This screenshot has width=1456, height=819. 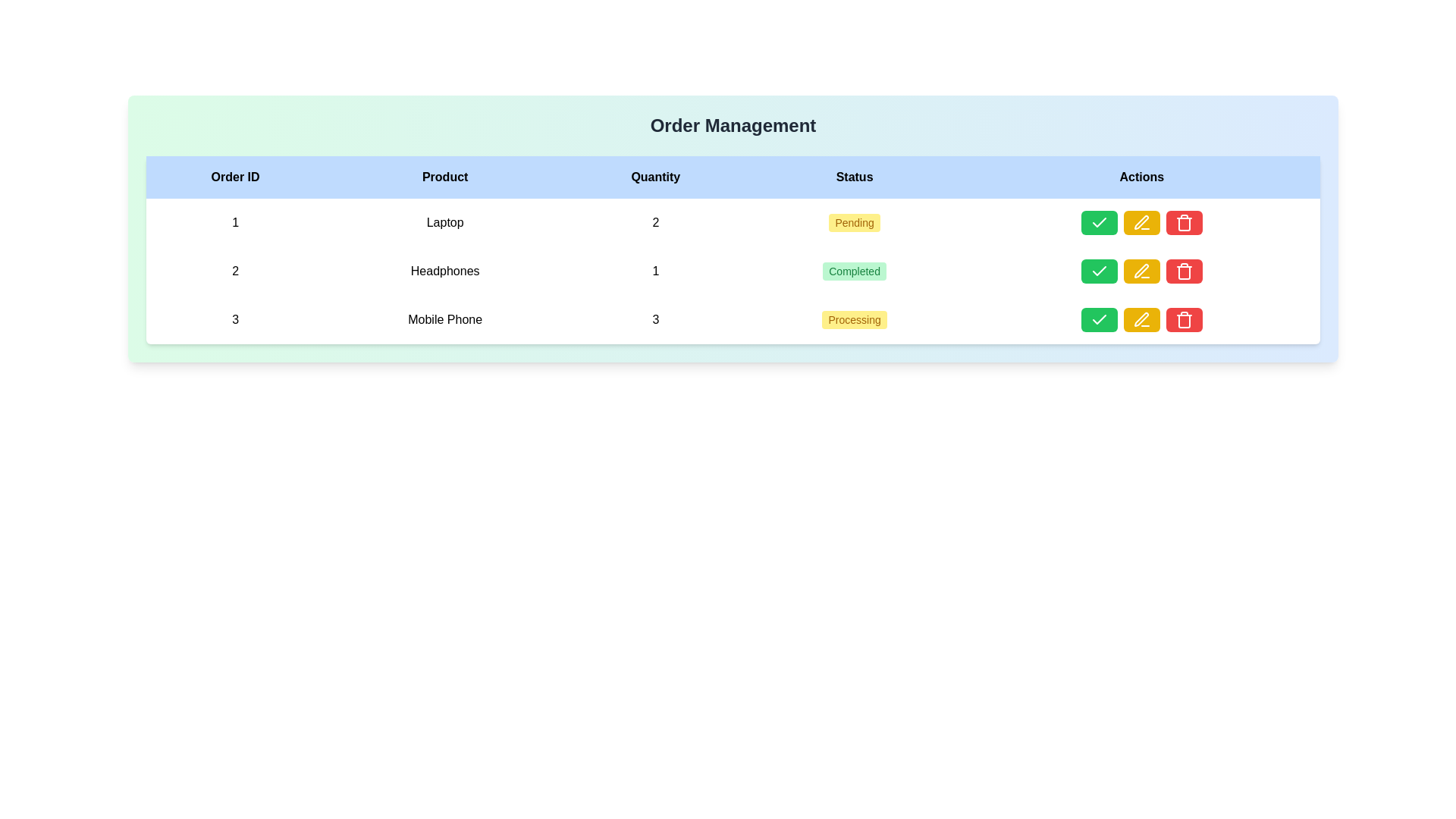 I want to click on the pen icon button located in the Actions column of the second row to initiate editing, so click(x=1141, y=222).